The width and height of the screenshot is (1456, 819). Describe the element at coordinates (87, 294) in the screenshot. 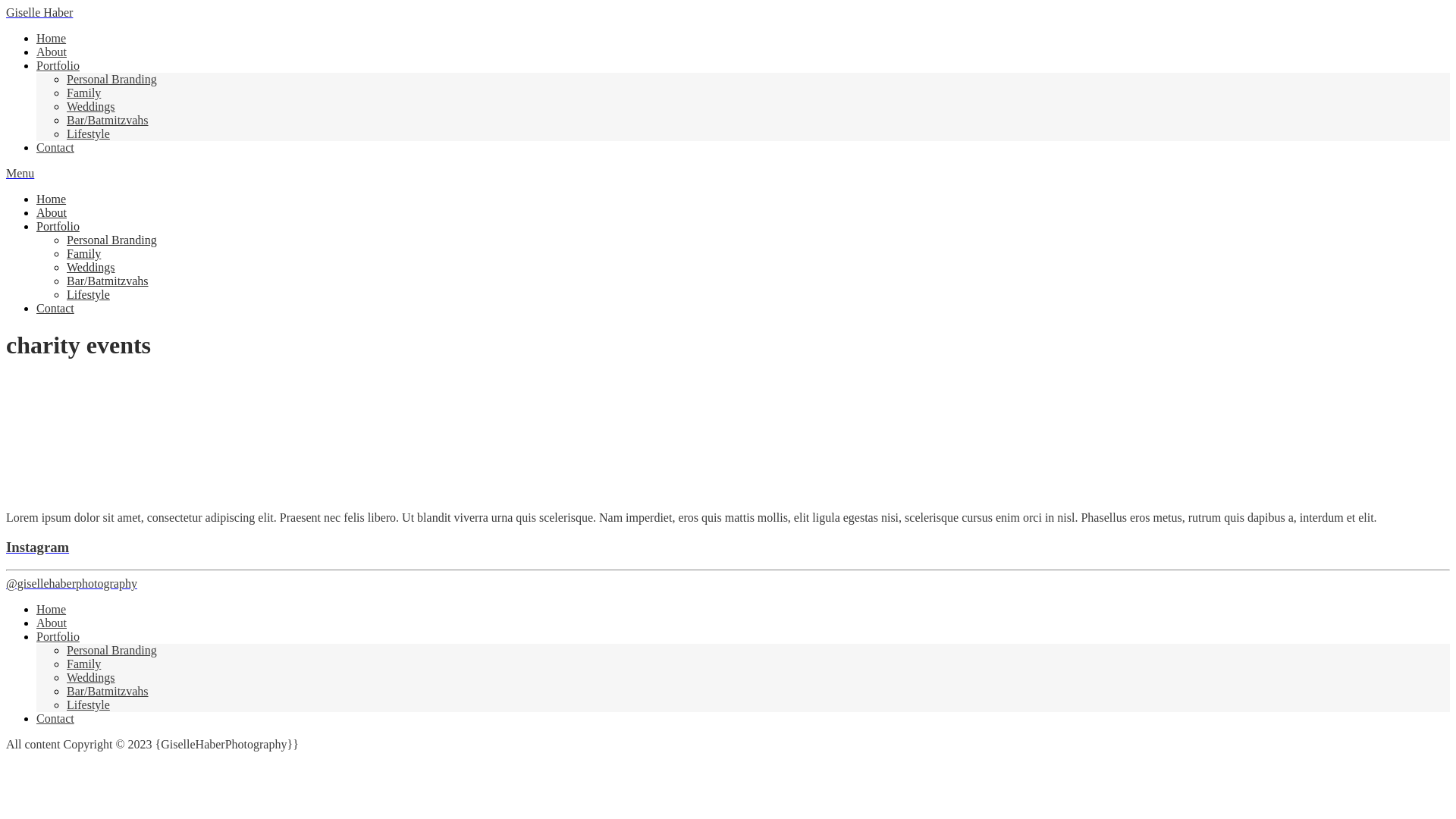

I see `'Lifestyle'` at that location.